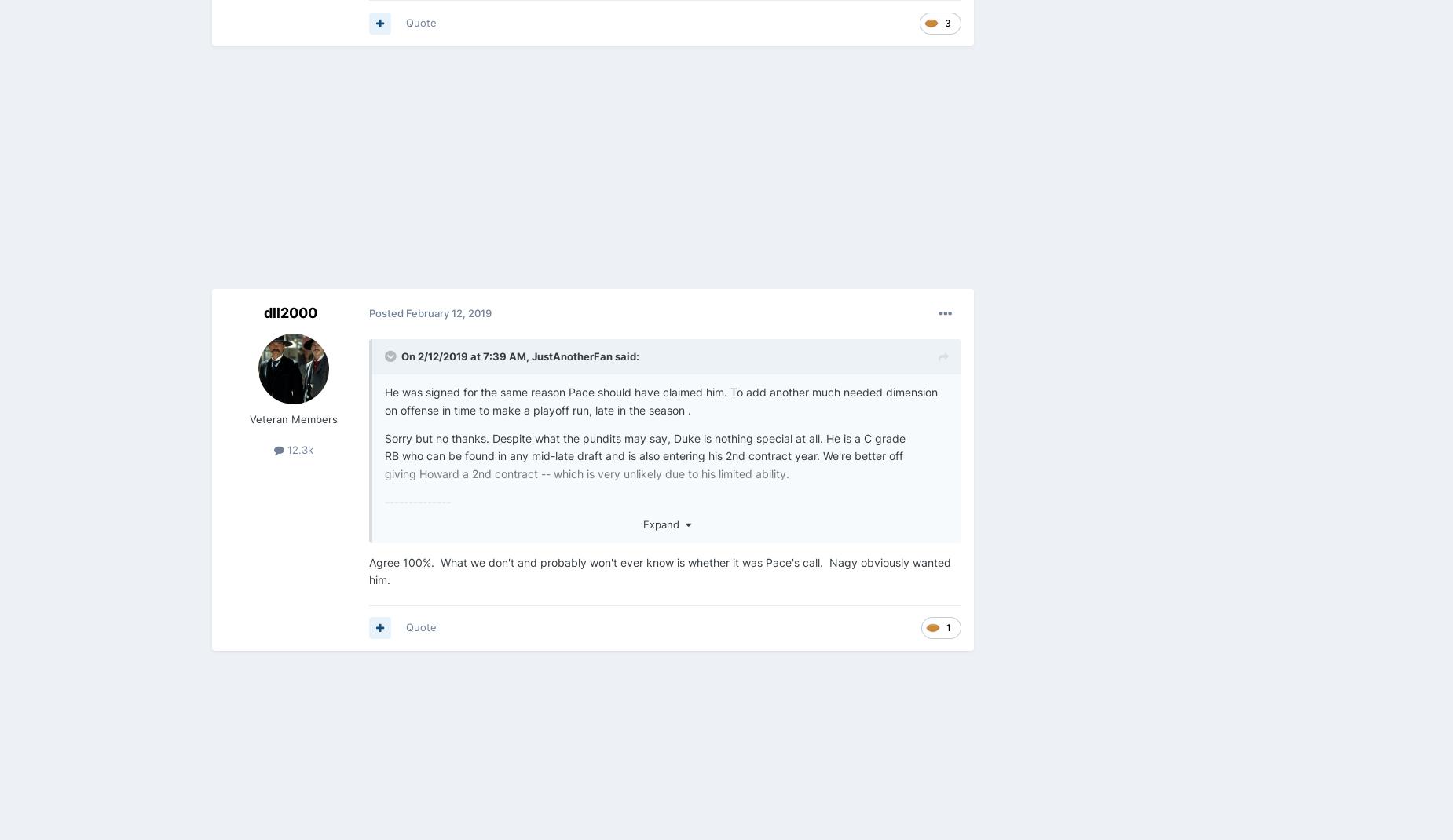  I want to click on 'He was signed for the same reason Pace should have claimed him. To add another much needed dimension on offense in time to make a playoff run, late in the season .', so click(385, 400).